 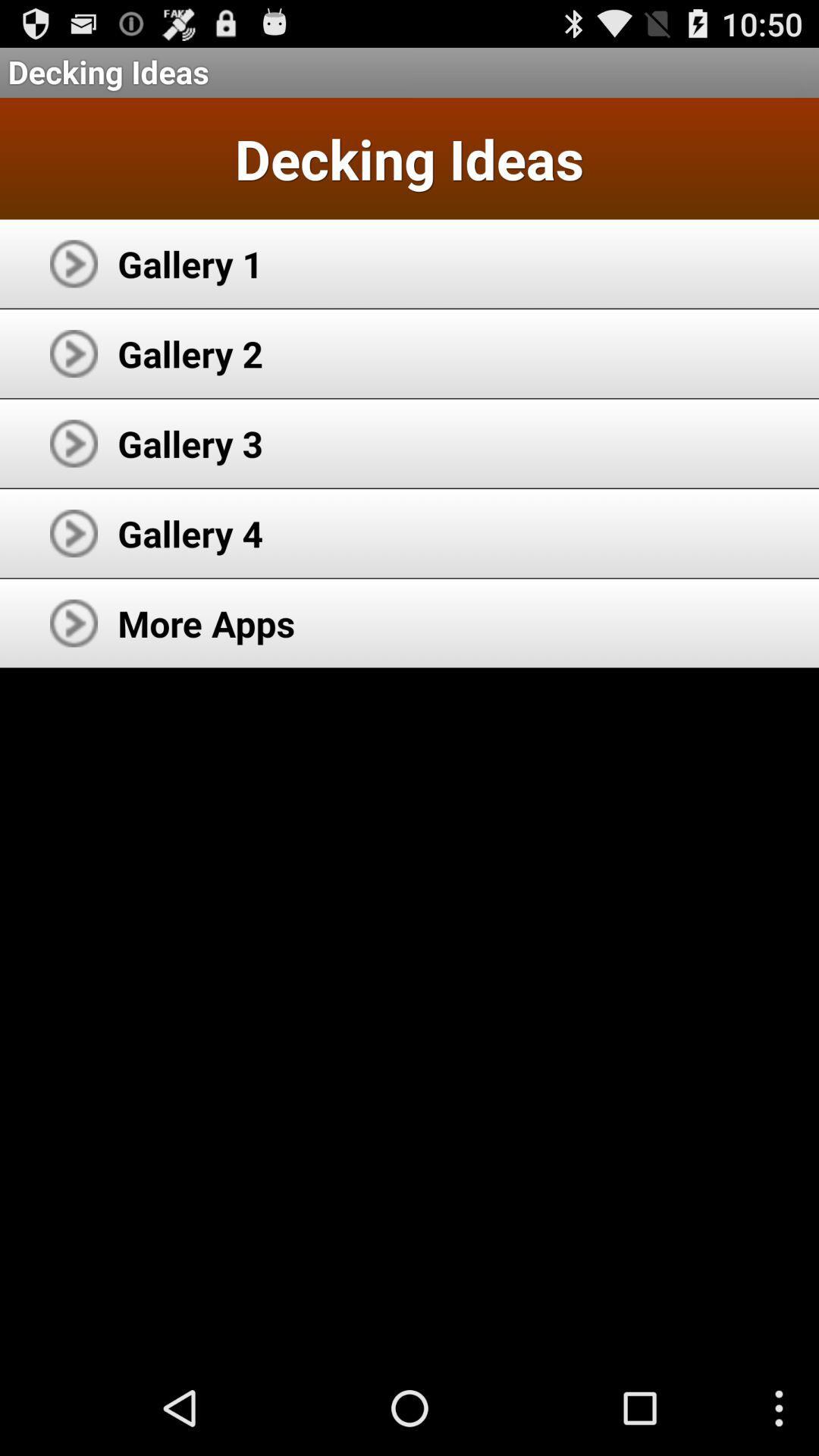 What do you see at coordinates (190, 353) in the screenshot?
I see `the gallery 2 icon` at bounding box center [190, 353].